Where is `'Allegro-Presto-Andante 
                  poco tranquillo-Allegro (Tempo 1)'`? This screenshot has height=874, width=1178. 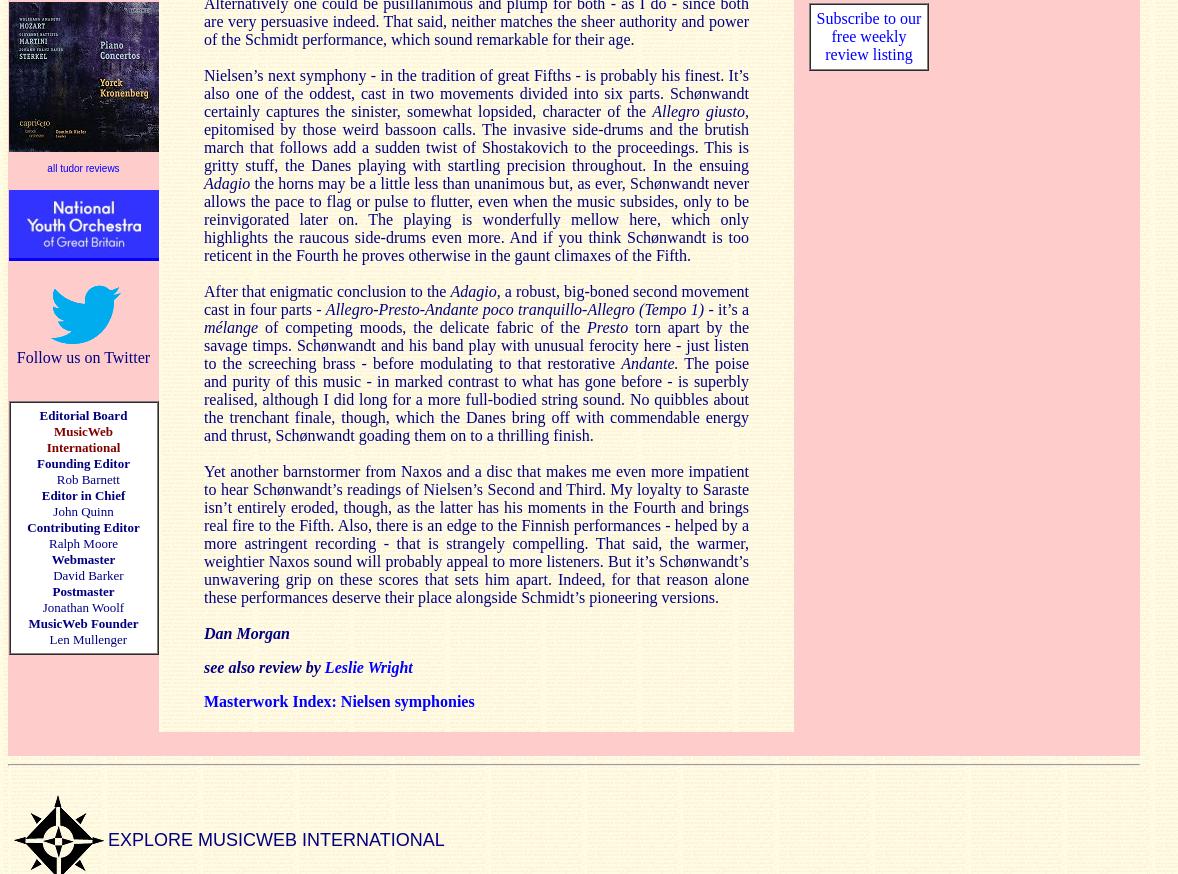 'Allegro-Presto-Andante 
                  poco tranquillo-Allegro (Tempo 1)' is located at coordinates (514, 307).